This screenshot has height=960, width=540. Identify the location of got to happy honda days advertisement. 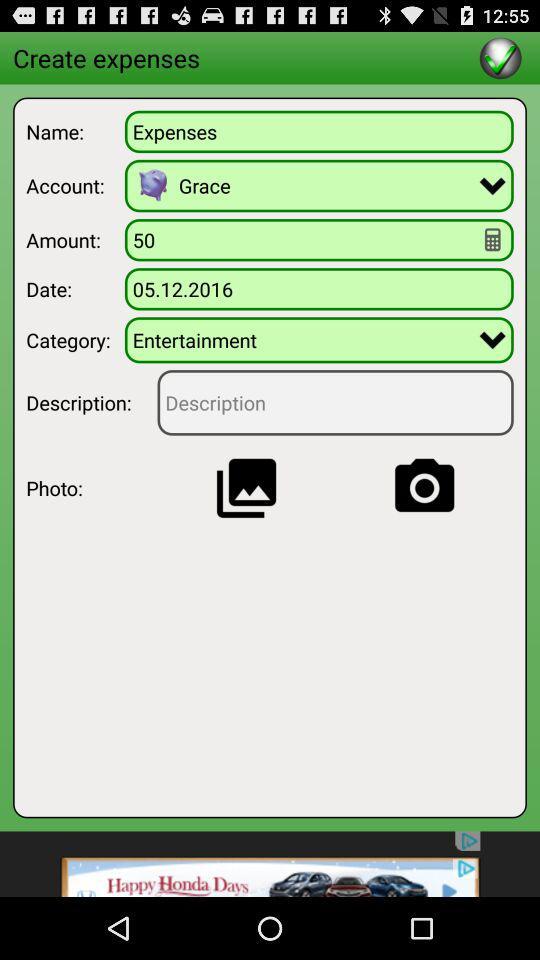
(270, 863).